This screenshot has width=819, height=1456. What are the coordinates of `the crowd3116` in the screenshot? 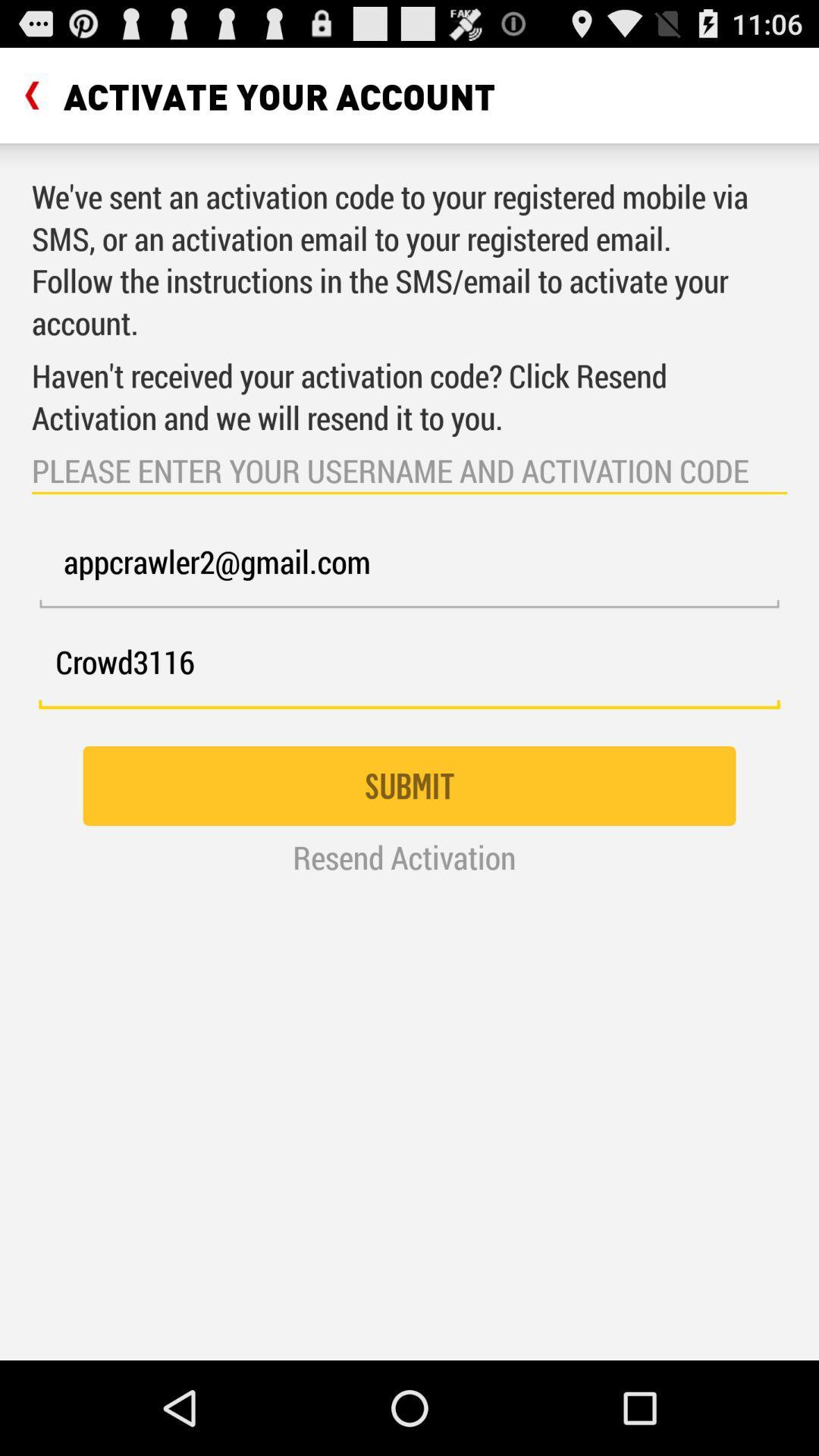 It's located at (409, 670).